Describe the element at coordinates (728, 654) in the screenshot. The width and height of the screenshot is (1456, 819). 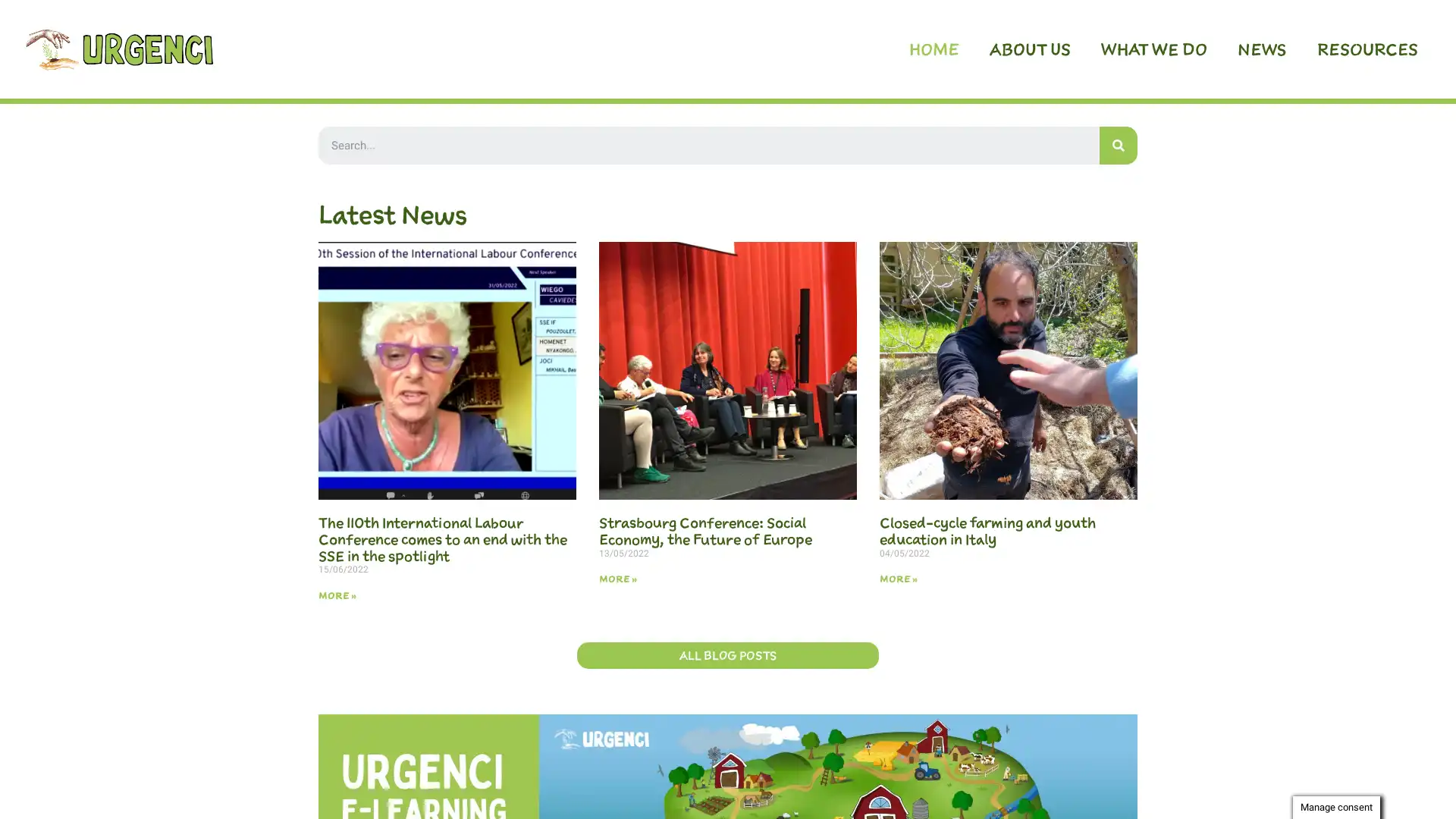
I see `ALL BLOG POSTS` at that location.